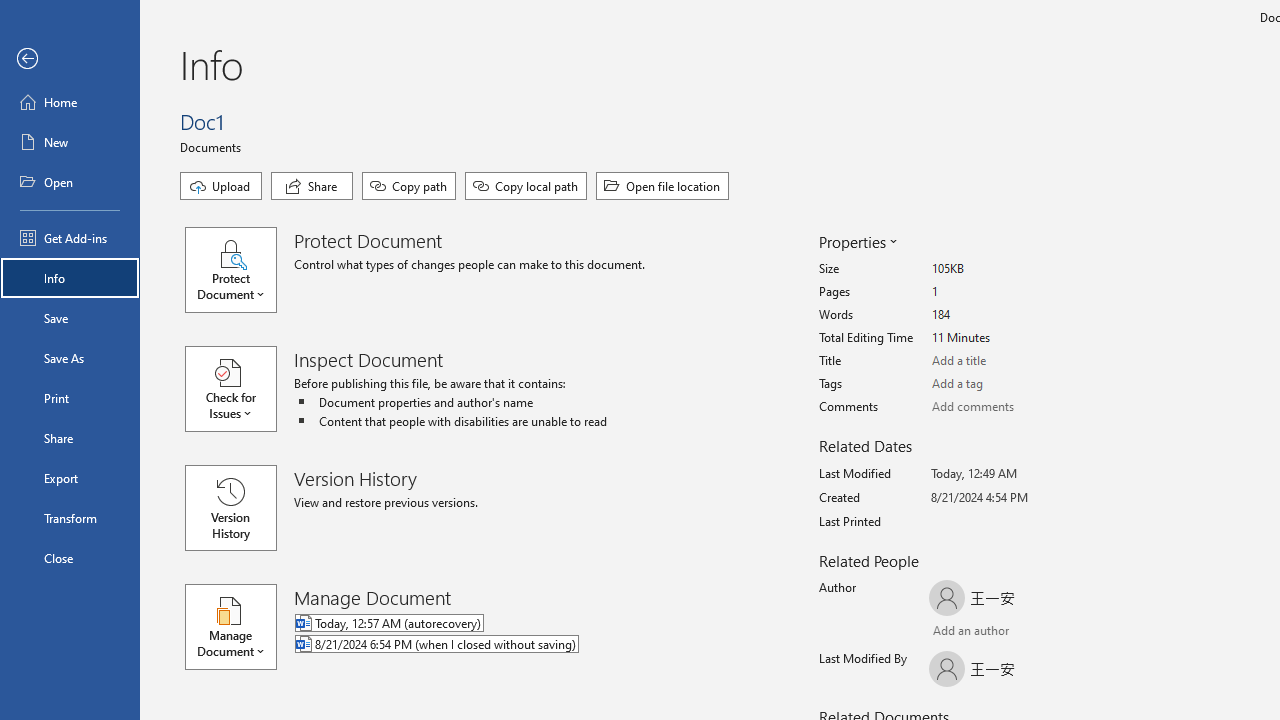 This screenshot has width=1280, height=720. What do you see at coordinates (69, 182) in the screenshot?
I see `'Open'` at bounding box center [69, 182].